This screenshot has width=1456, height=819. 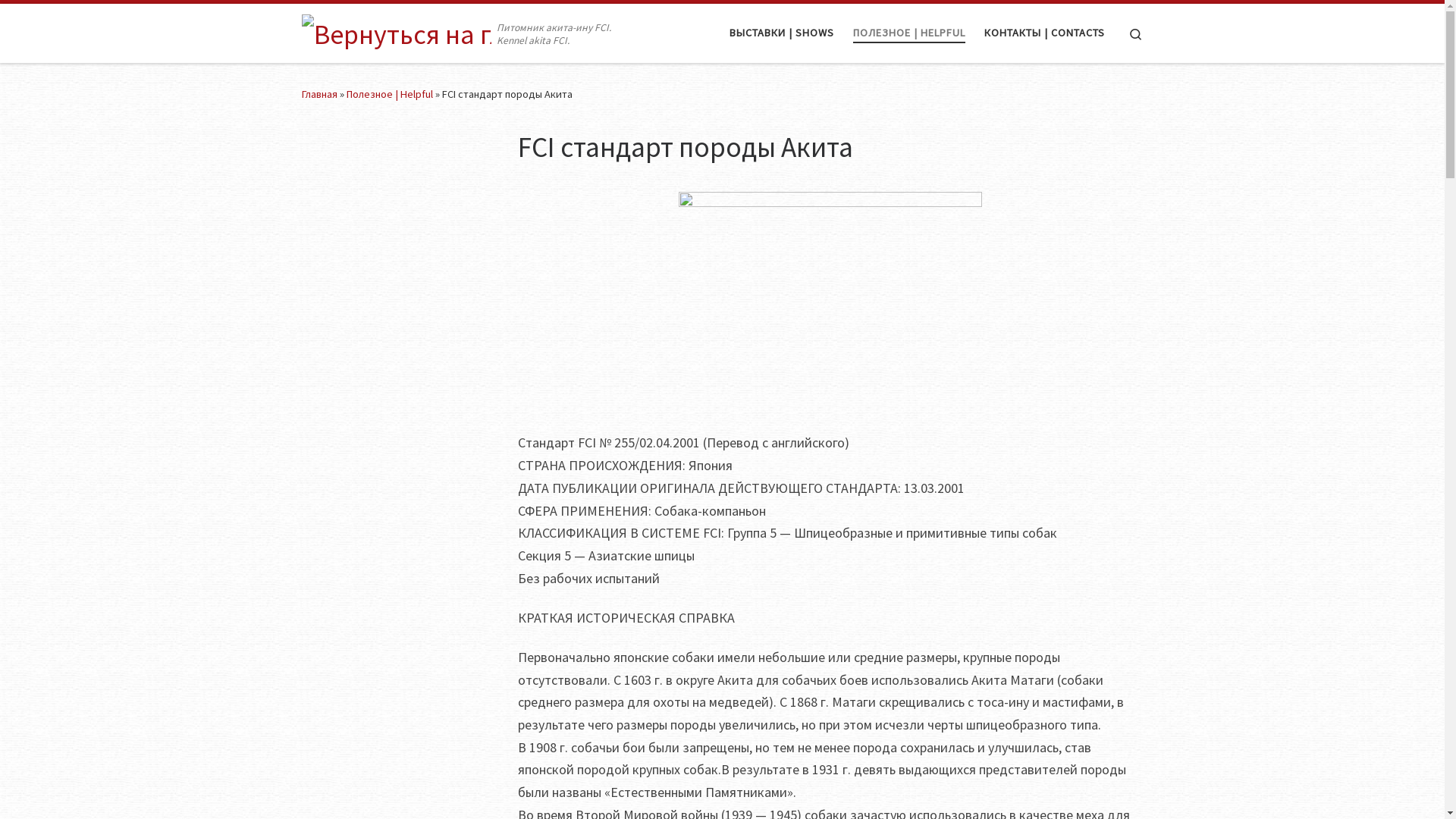 What do you see at coordinates (1135, 33) in the screenshot?
I see `'Search'` at bounding box center [1135, 33].